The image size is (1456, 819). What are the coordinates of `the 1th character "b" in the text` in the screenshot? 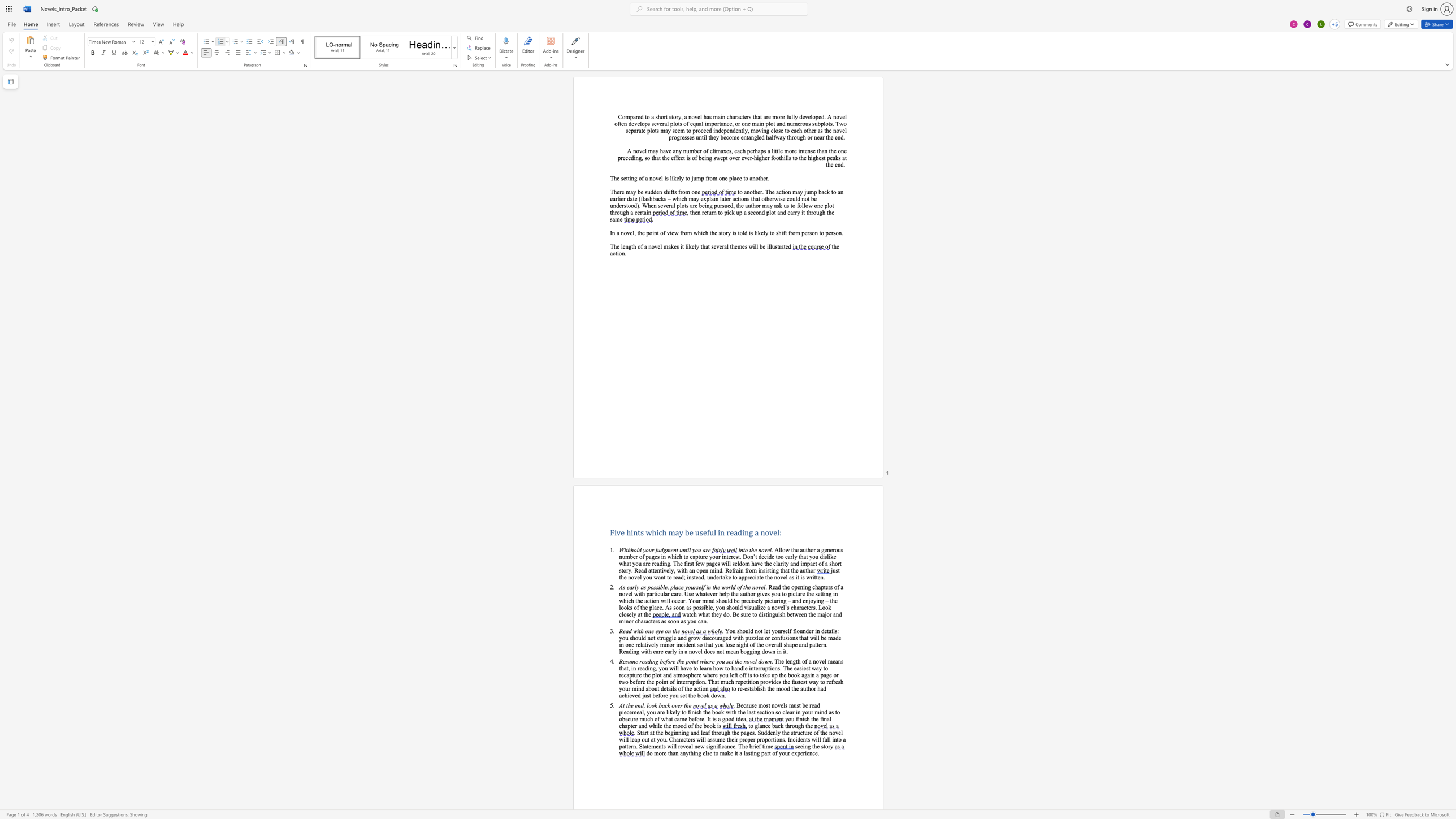 It's located at (742, 651).